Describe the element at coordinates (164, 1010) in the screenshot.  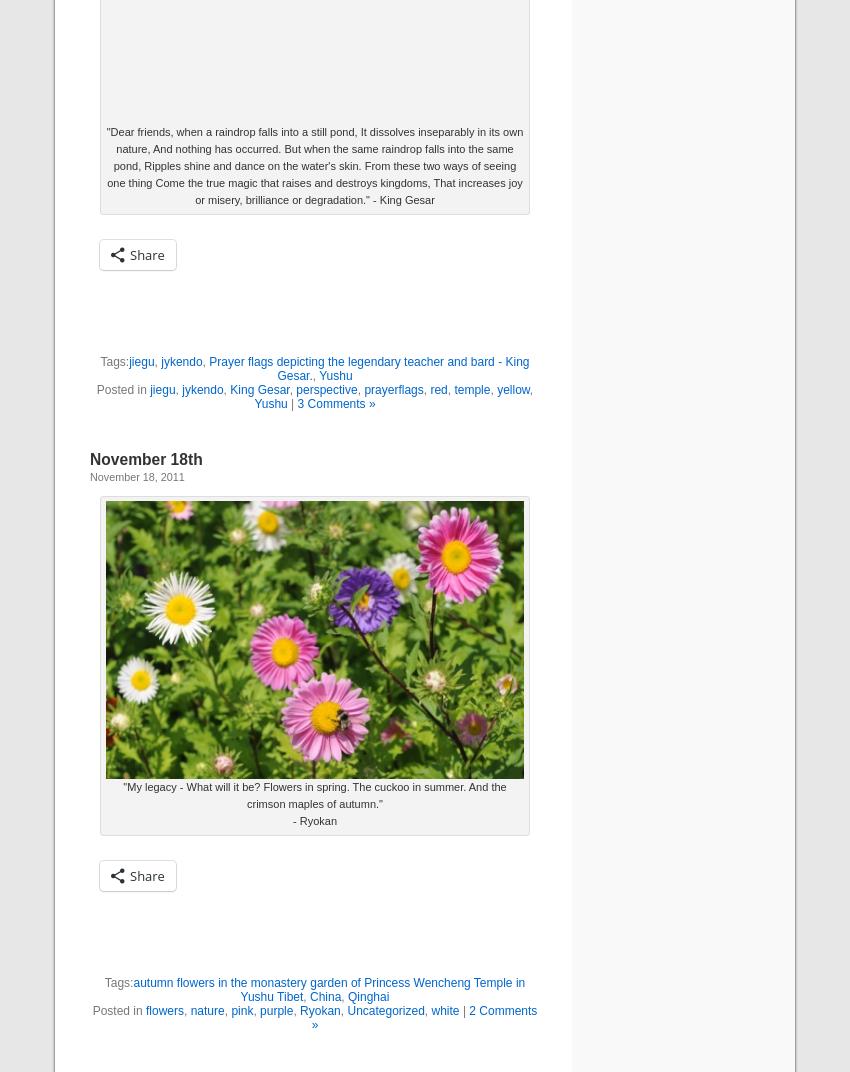
I see `'flowers'` at that location.